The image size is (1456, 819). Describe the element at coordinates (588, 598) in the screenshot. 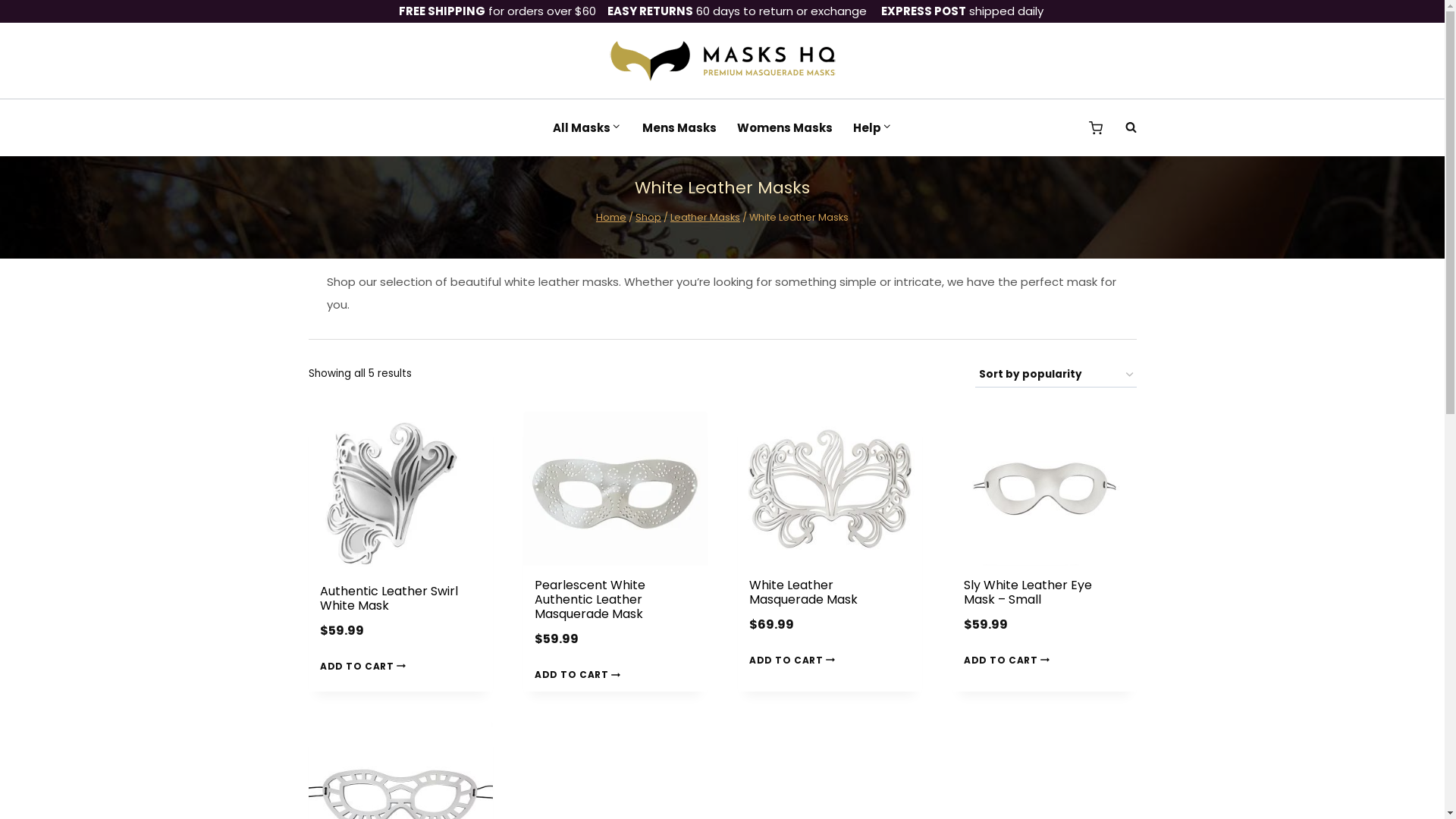

I see `'Pearlescent White Authentic Leather Masquerade Mask'` at that location.